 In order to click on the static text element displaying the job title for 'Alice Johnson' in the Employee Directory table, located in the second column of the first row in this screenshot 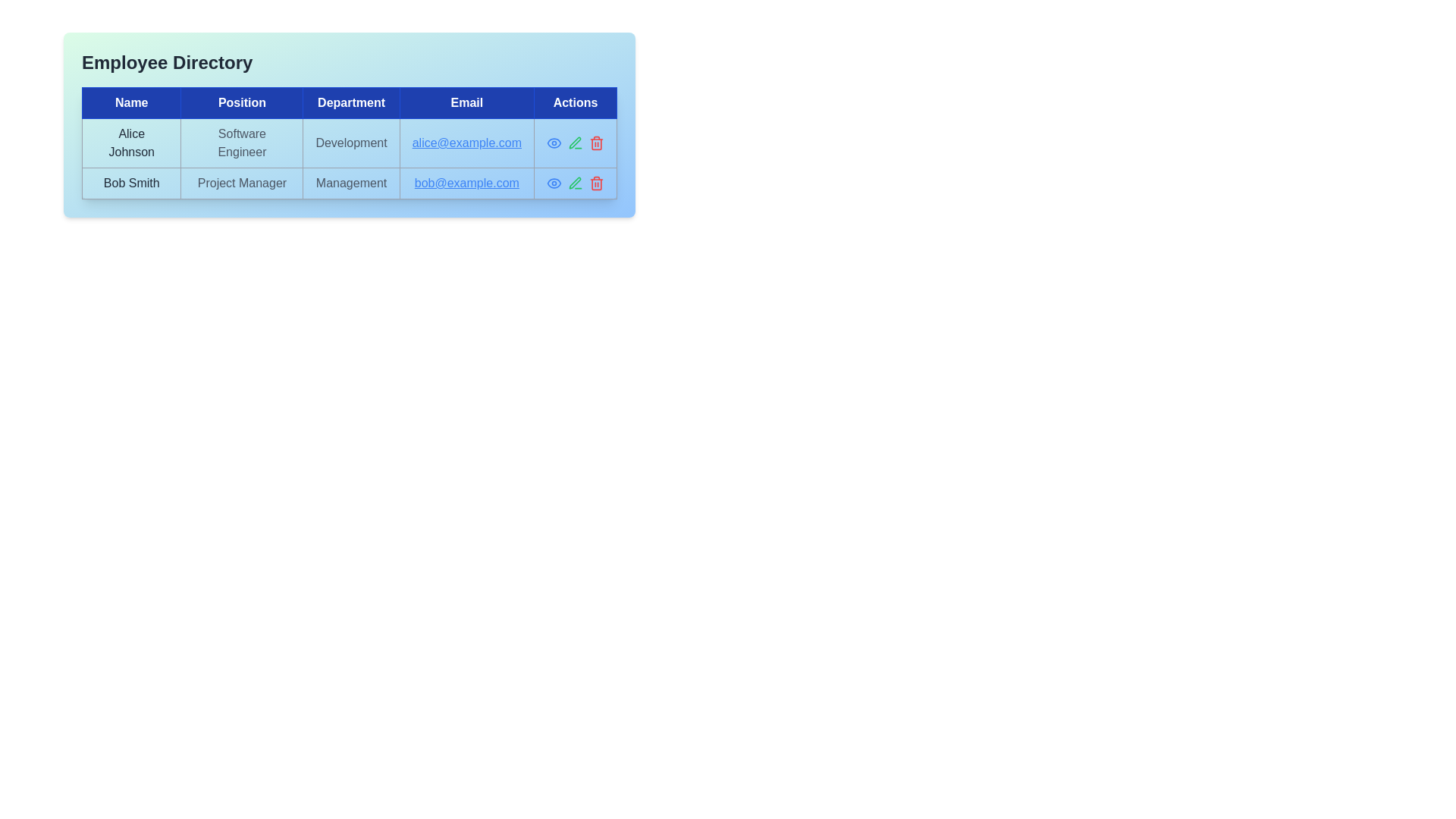, I will do `click(241, 143)`.